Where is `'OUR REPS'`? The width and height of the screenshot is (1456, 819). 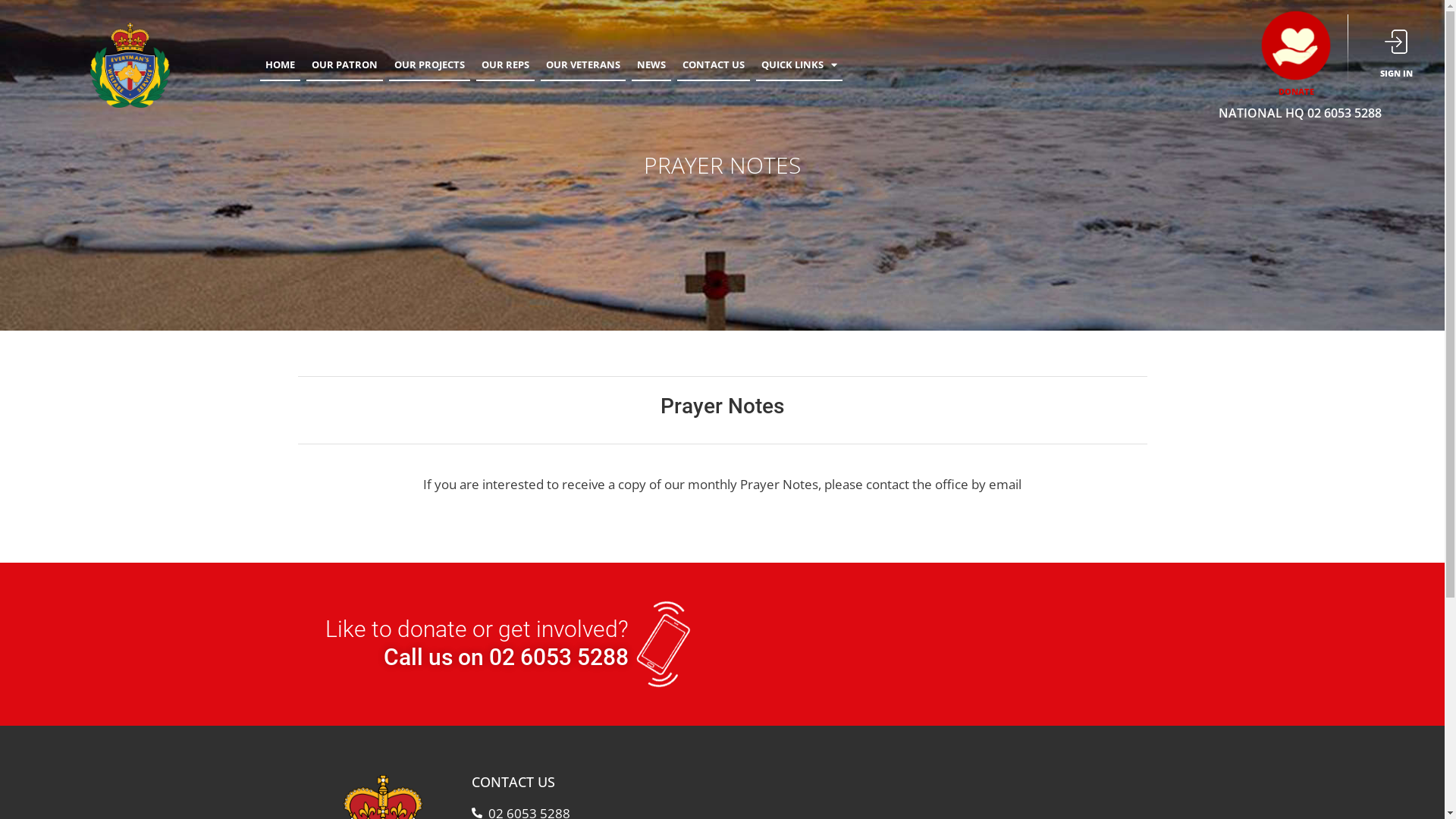
'OUR REPS' is located at coordinates (475, 64).